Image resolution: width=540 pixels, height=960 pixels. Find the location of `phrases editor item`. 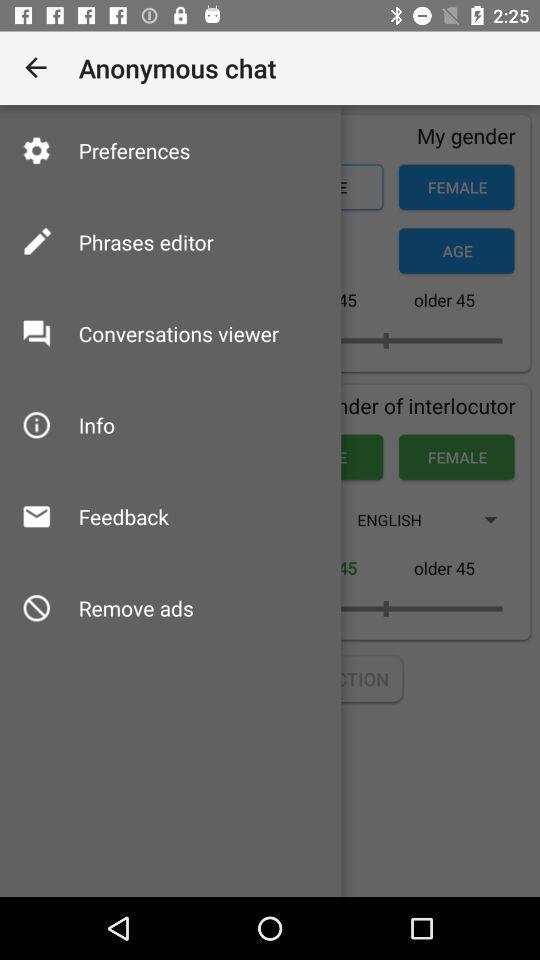

phrases editor item is located at coordinates (145, 241).